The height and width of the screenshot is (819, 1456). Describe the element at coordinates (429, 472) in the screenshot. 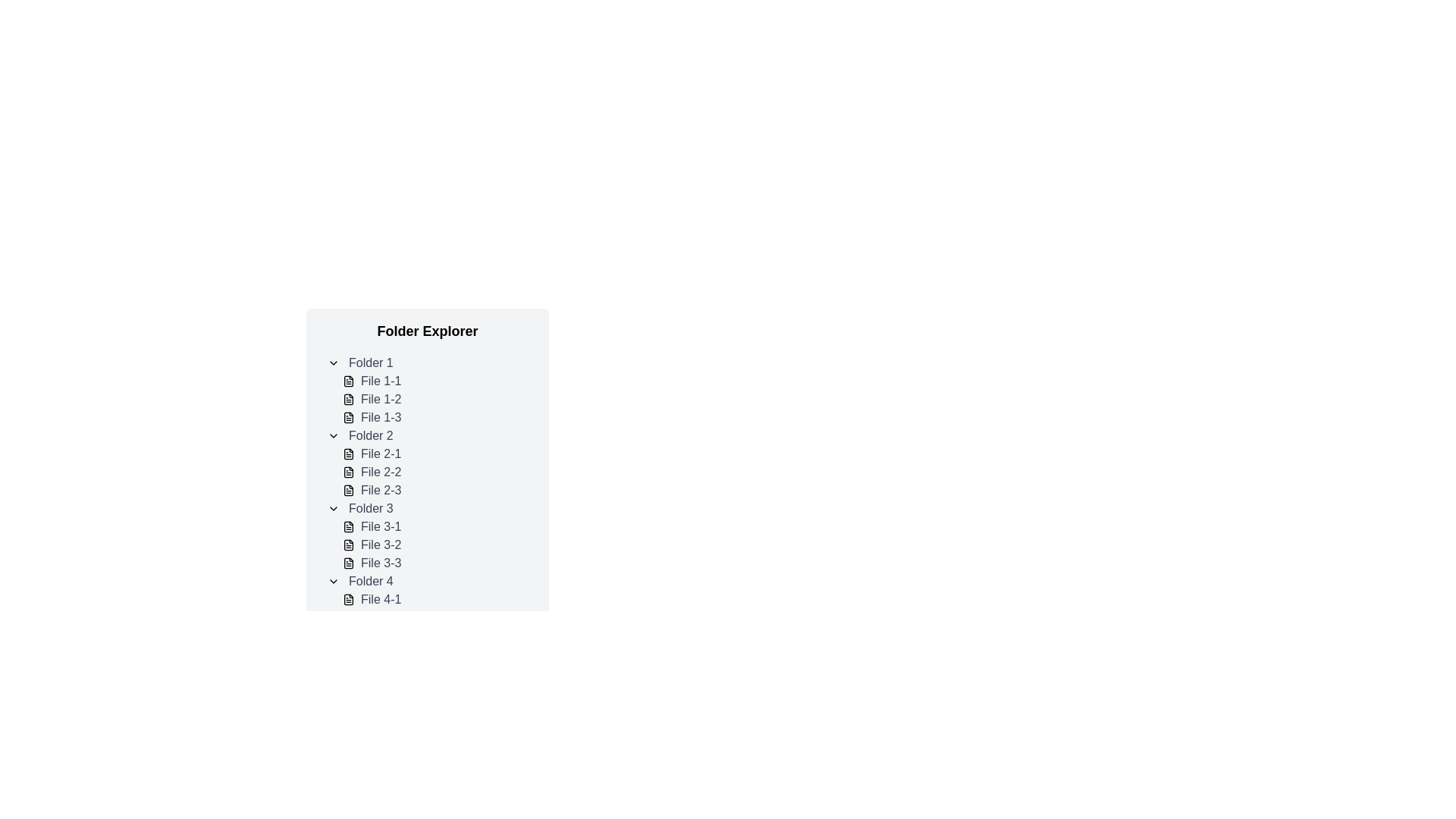

I see `'File 2-2' in the list of file entries under 'Folder 2'` at that location.